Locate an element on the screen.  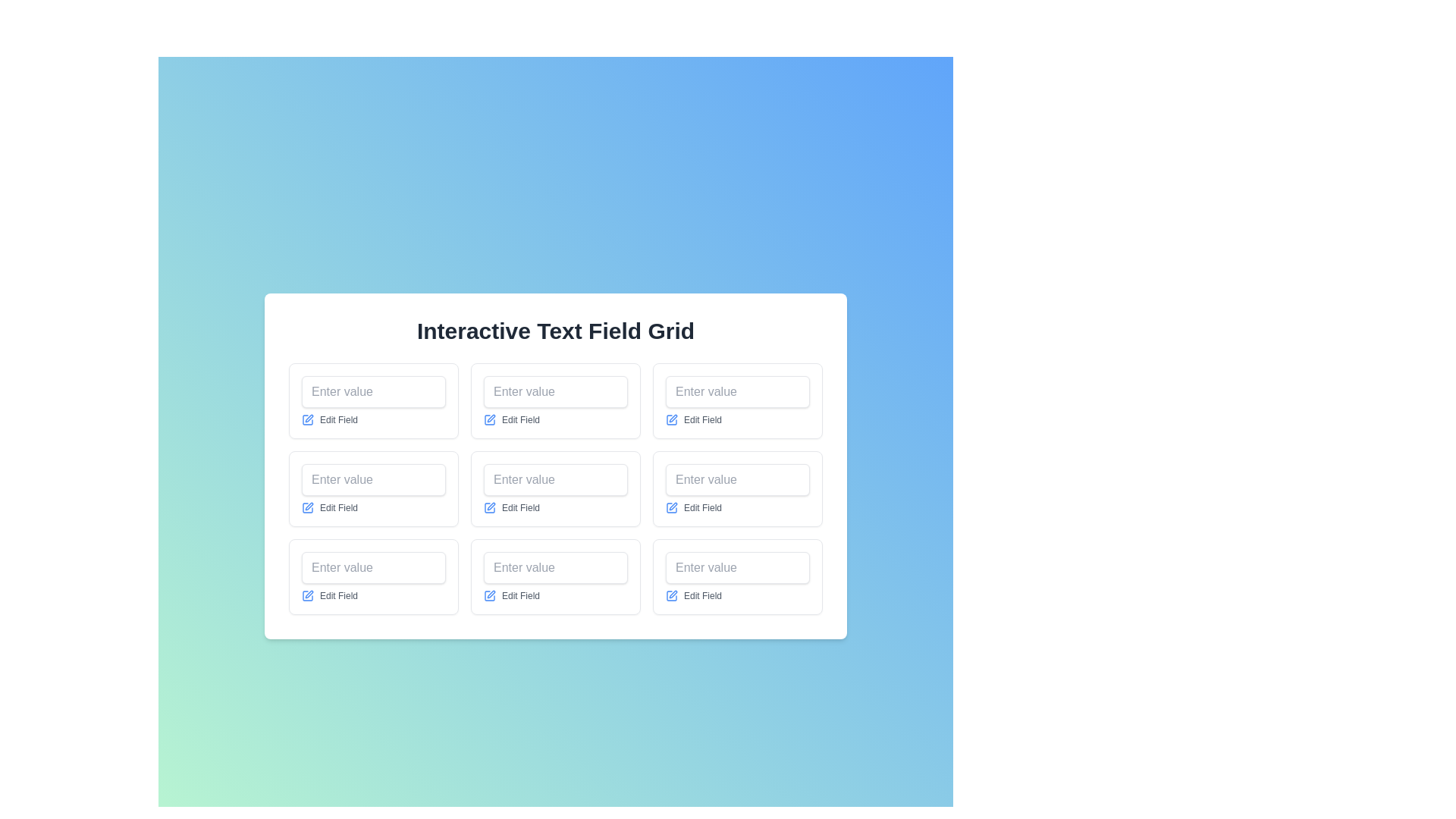
the blue outlined pen icon within the 'Edit Field' button is located at coordinates (673, 593).